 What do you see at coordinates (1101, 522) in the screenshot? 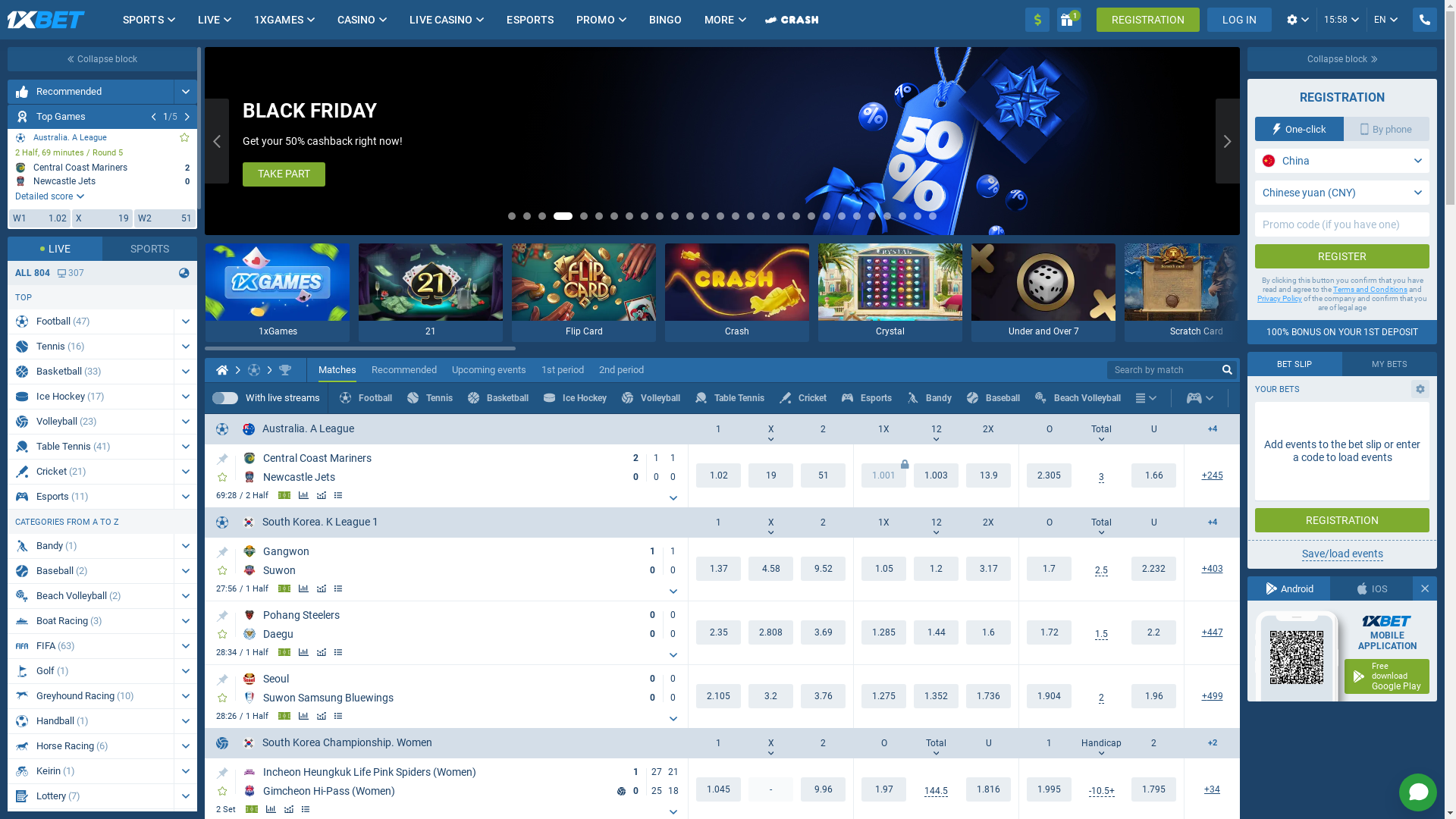
I see `'Total'` at bounding box center [1101, 522].